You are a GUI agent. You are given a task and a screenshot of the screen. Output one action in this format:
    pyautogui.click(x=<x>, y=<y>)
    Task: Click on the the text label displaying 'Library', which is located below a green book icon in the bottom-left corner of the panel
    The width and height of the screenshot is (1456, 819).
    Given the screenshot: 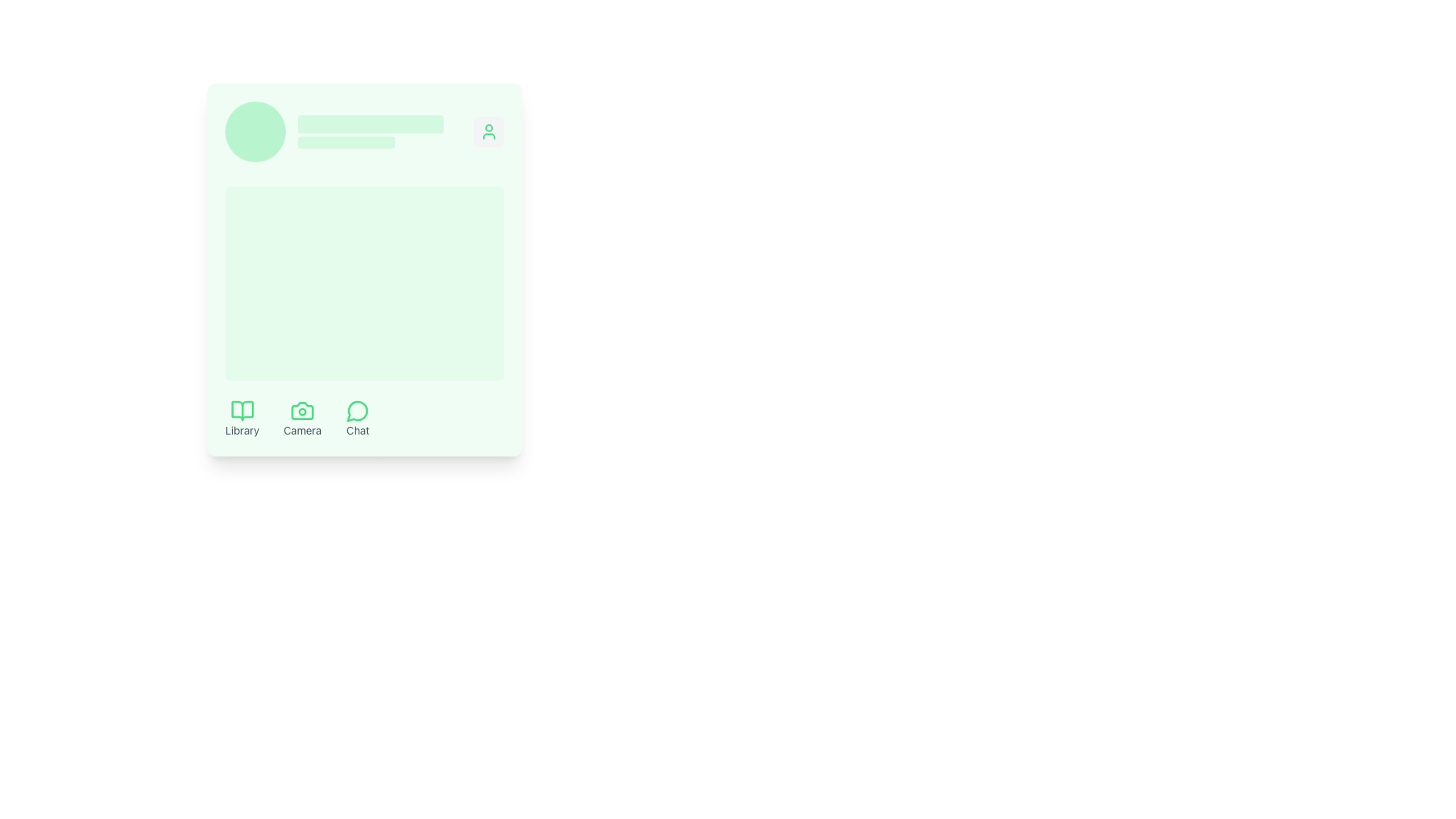 What is the action you would take?
    pyautogui.click(x=241, y=430)
    